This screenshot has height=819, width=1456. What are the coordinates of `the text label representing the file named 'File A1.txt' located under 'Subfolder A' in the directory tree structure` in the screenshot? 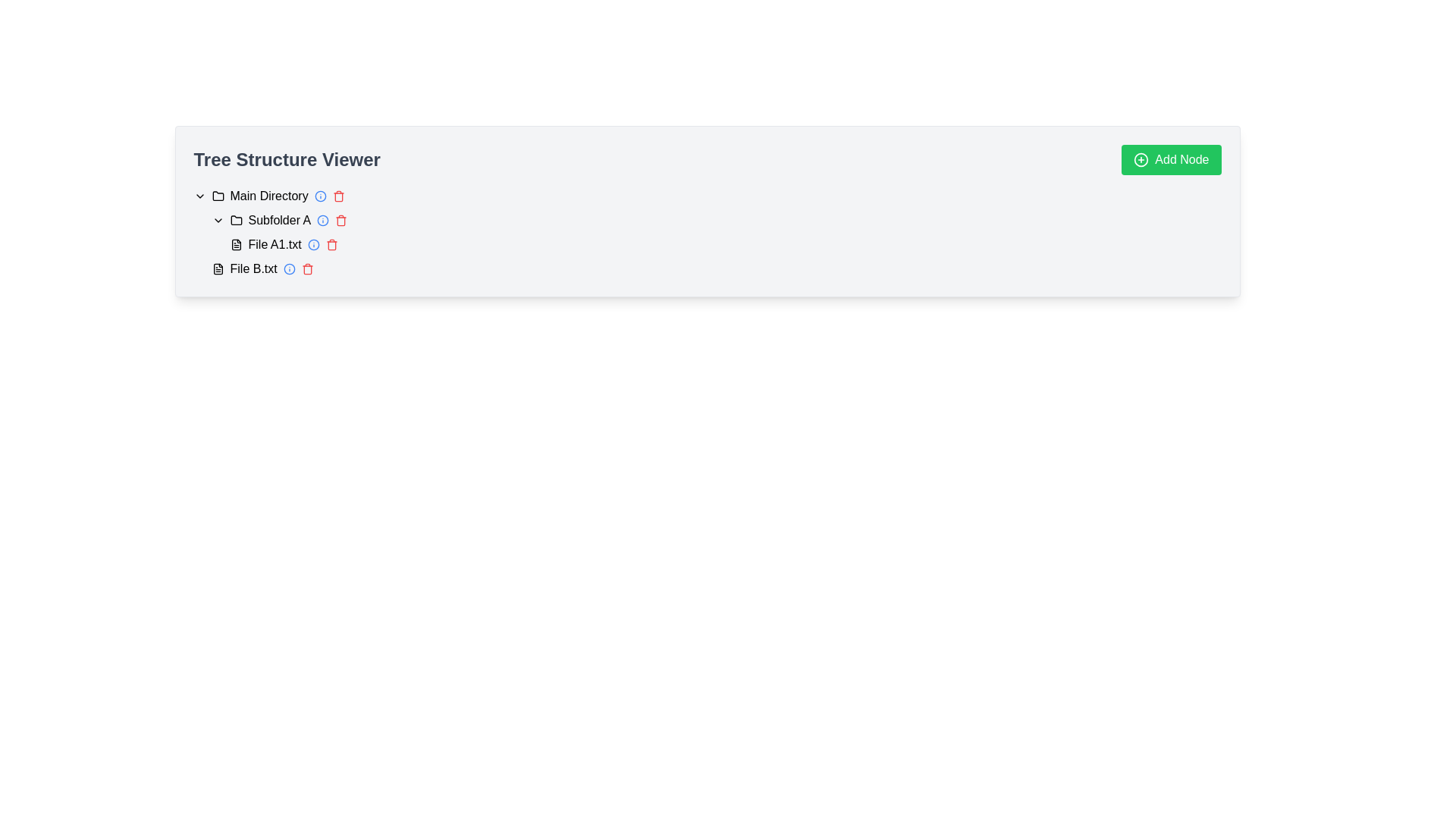 It's located at (275, 244).